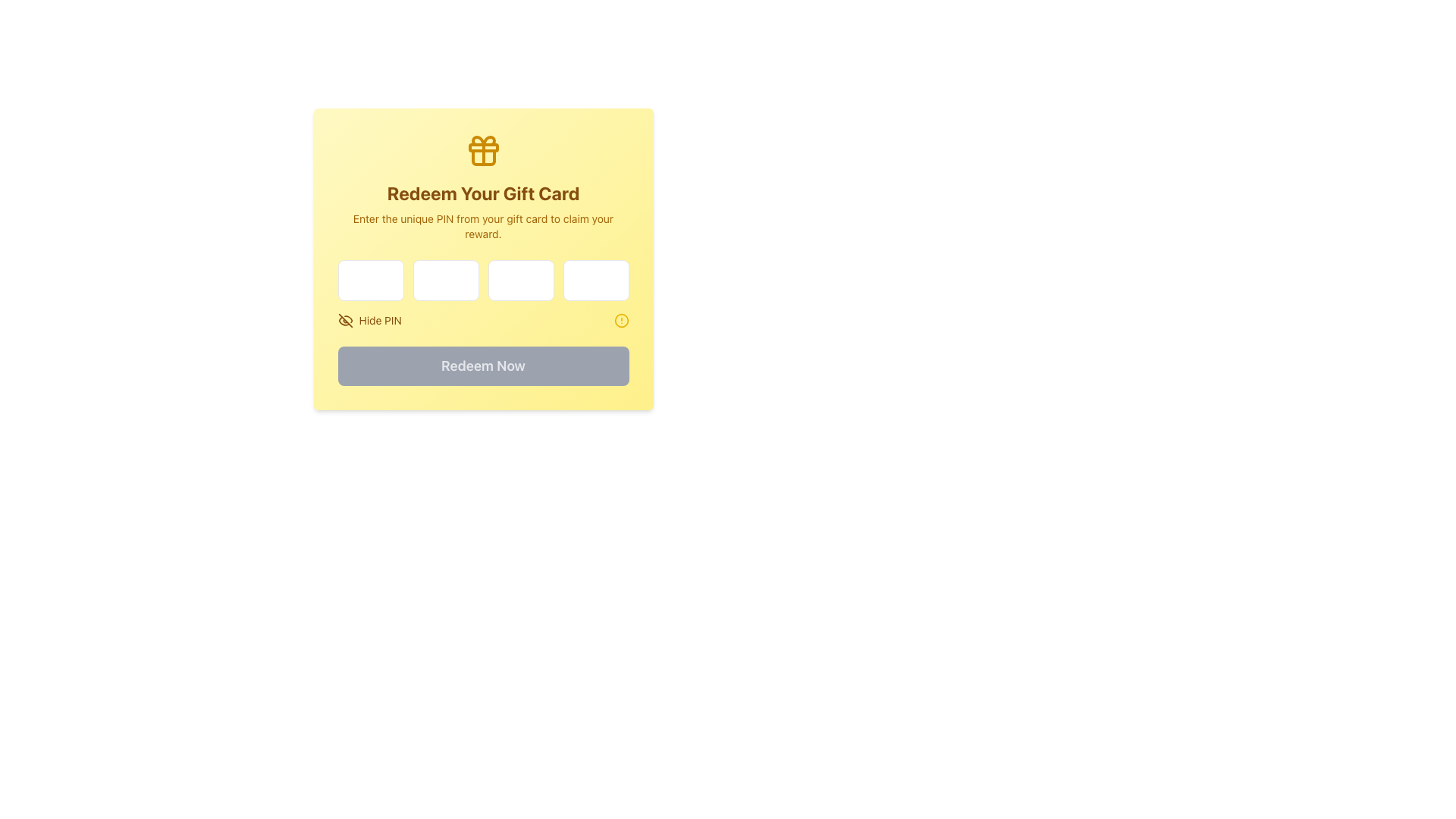 This screenshot has width=1456, height=819. Describe the element at coordinates (344, 320) in the screenshot. I see `the crossed-out eye icon located to the left of the 'Hide PIN' label` at that location.